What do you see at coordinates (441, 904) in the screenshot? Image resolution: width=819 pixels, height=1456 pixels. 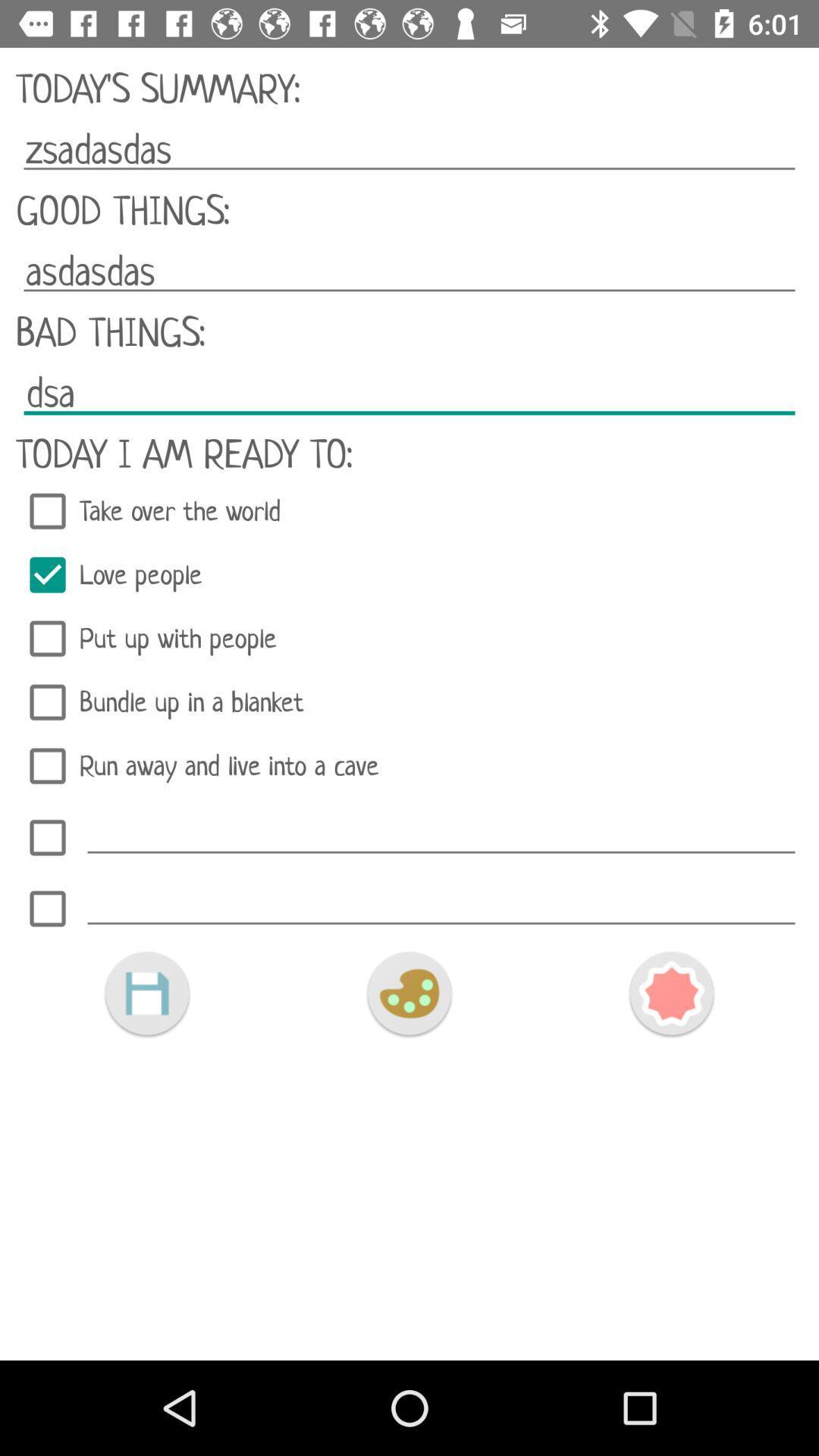 I see `to list` at bounding box center [441, 904].